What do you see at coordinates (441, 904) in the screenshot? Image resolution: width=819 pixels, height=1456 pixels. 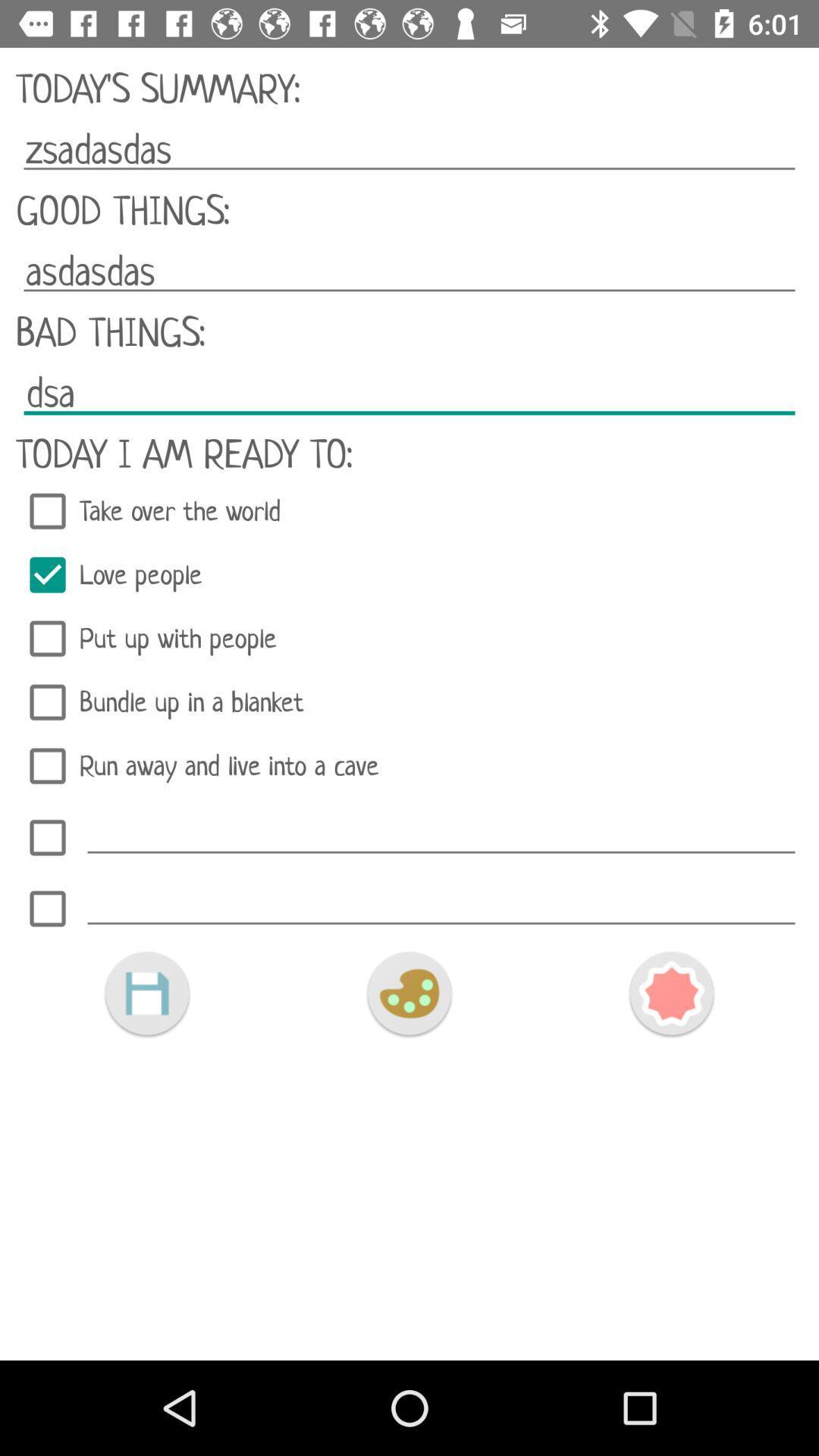 I see `to list` at bounding box center [441, 904].